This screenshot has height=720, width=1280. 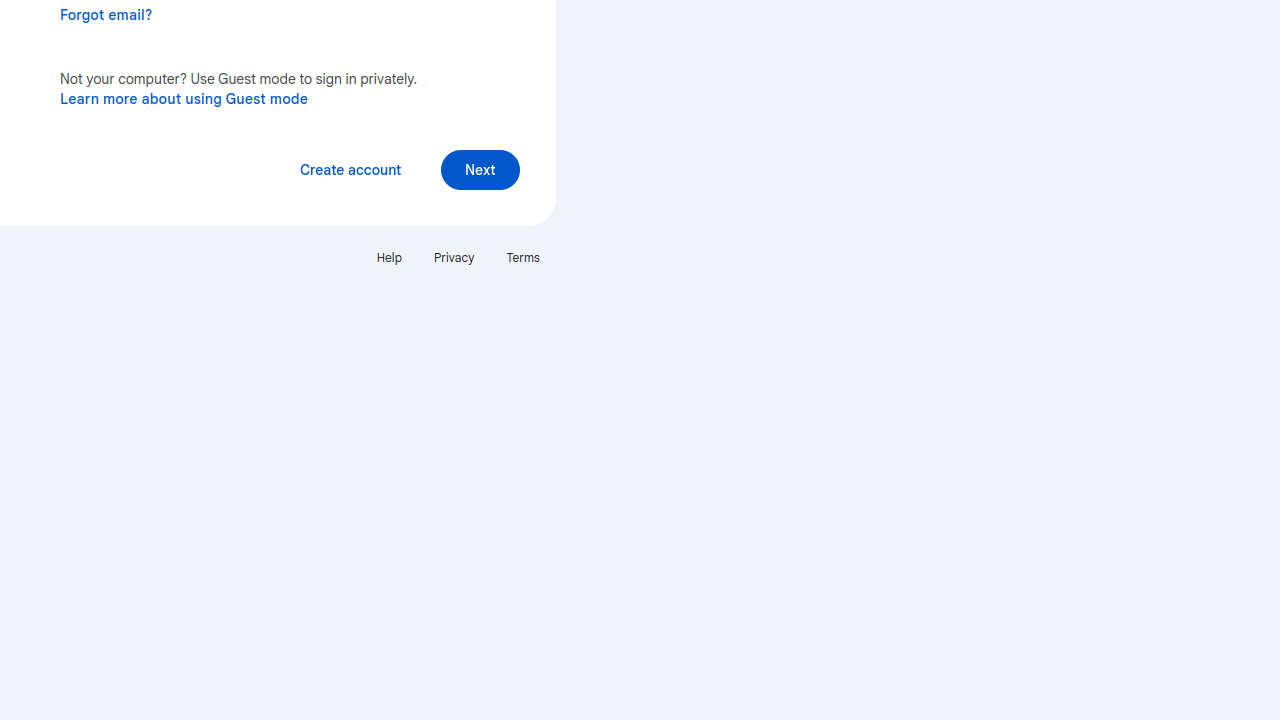 What do you see at coordinates (184, 99) in the screenshot?
I see `'Learn more about using Guest mode'` at bounding box center [184, 99].